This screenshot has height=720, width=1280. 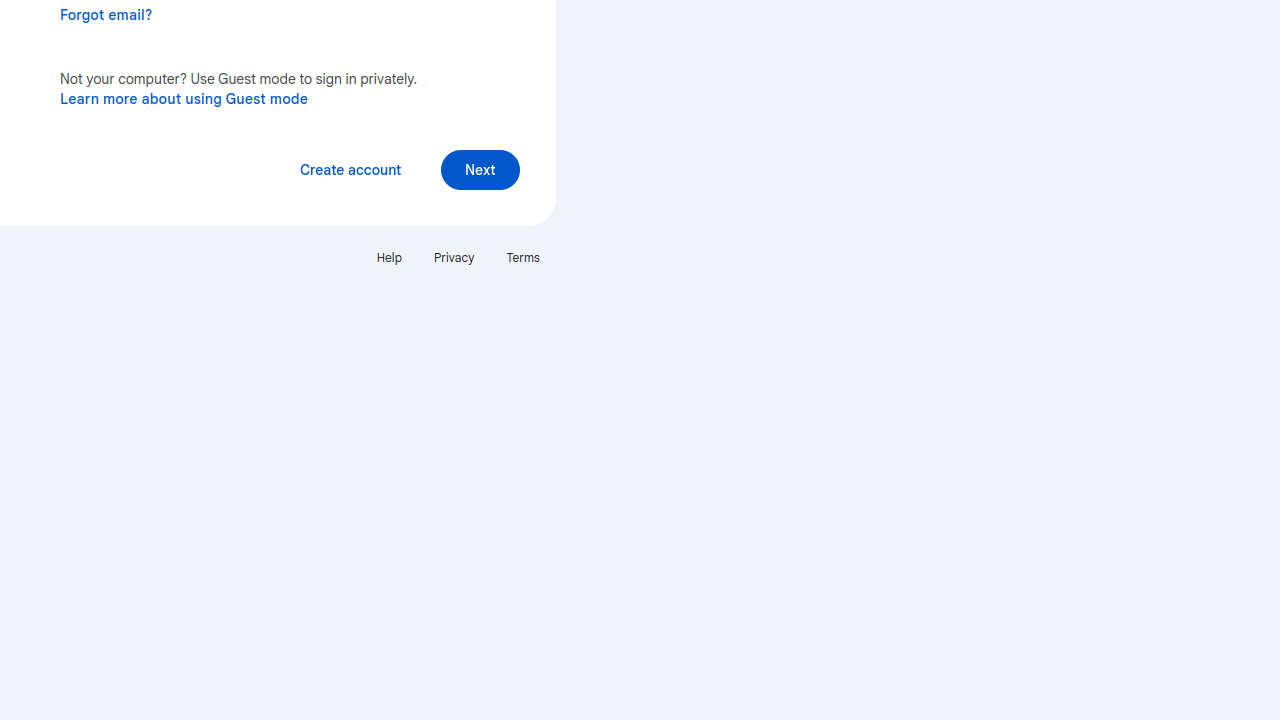 What do you see at coordinates (184, 99) in the screenshot?
I see `'Learn more about using Guest mode'` at bounding box center [184, 99].